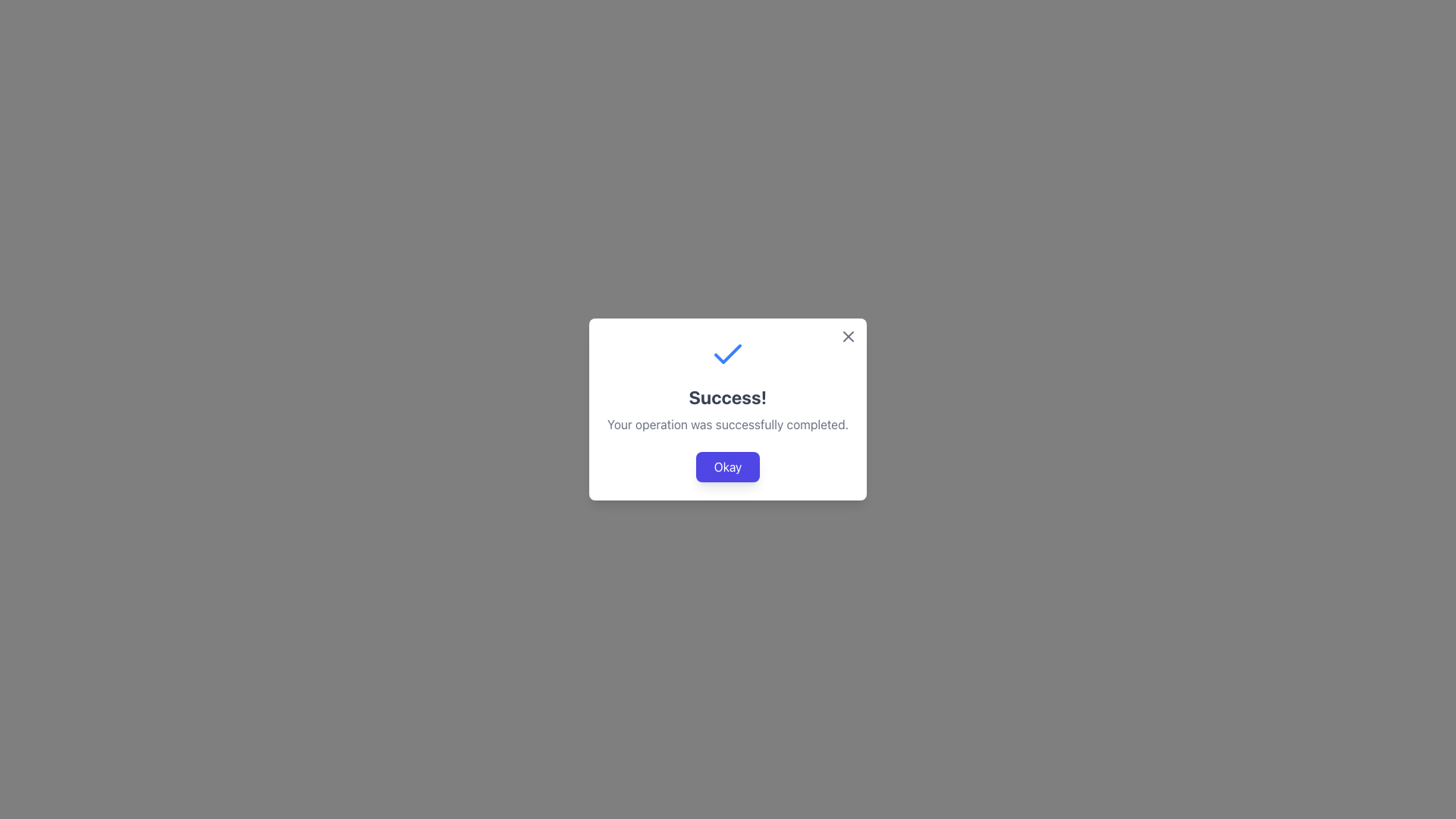  What do you see at coordinates (728, 353) in the screenshot?
I see `the blue checkmark icon indicating successful completion of a task, located at the top center of the modal confirmation dialog` at bounding box center [728, 353].